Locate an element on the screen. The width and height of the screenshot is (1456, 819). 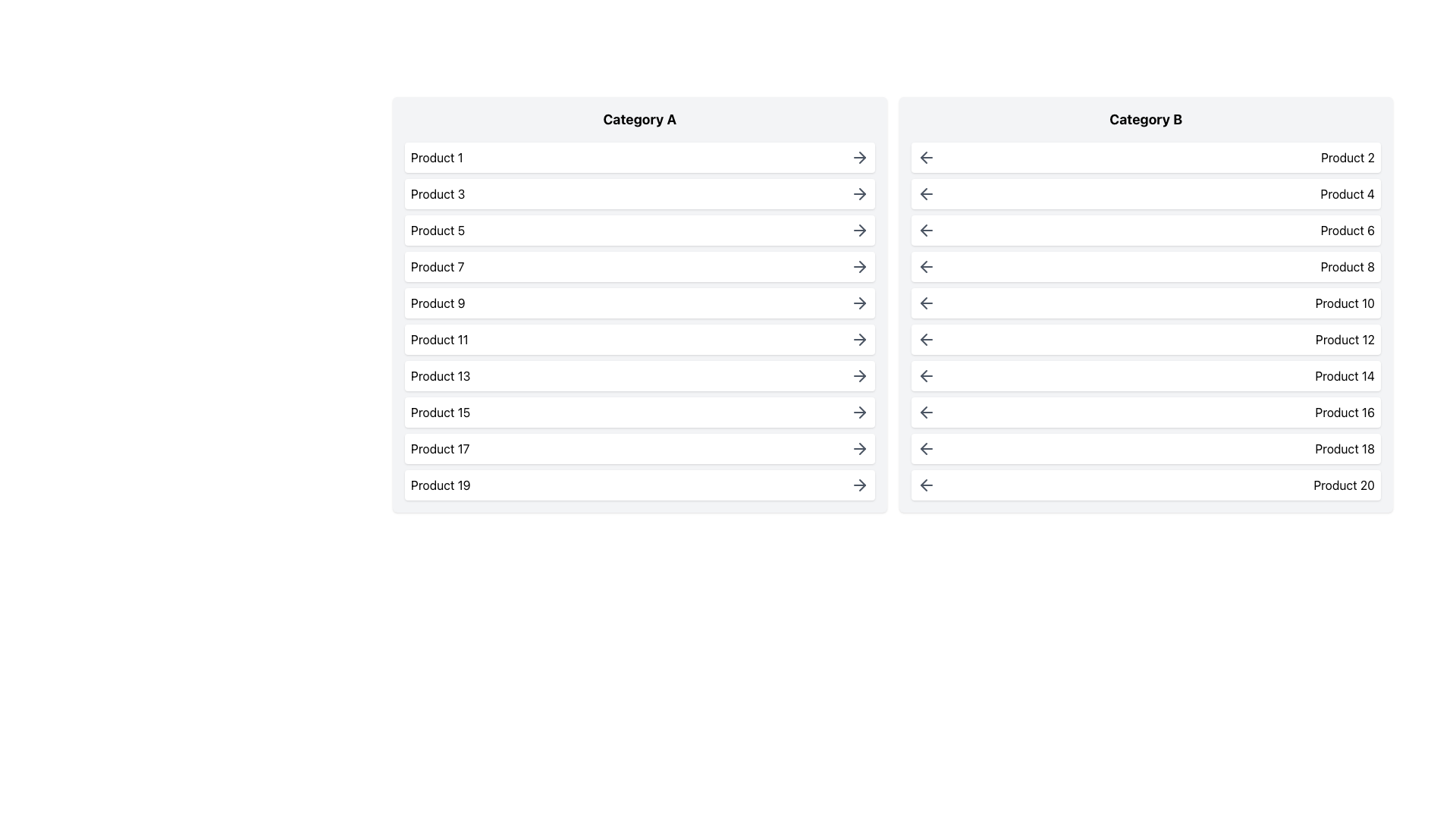
the leftward action button located in the row labeled 'Product 16' under 'Category B' is located at coordinates (925, 412).